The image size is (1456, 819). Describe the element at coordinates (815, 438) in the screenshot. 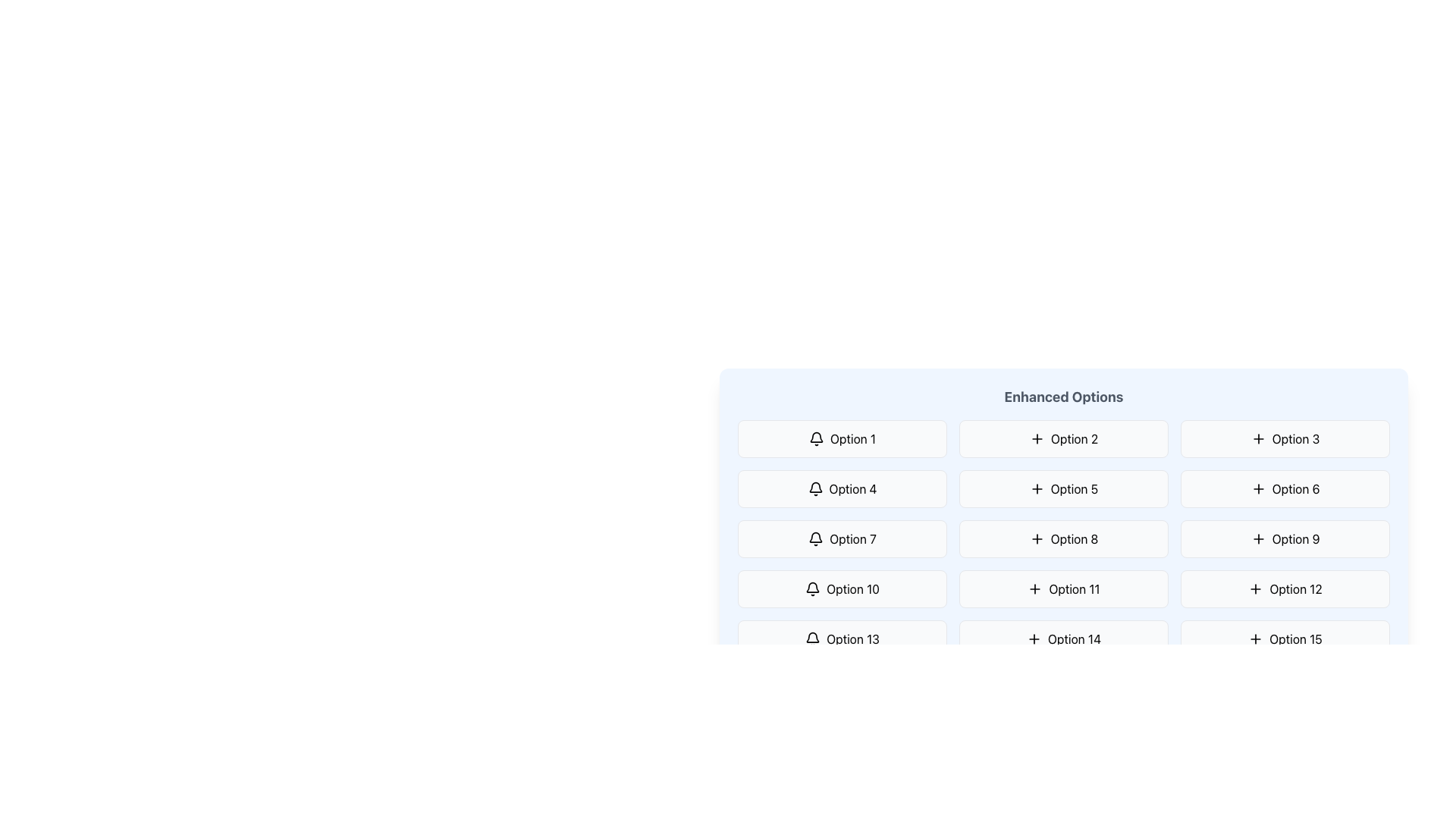

I see `the bell icon located on the left side of the 'Option 1' button, which indicates notifications or alerts` at that location.